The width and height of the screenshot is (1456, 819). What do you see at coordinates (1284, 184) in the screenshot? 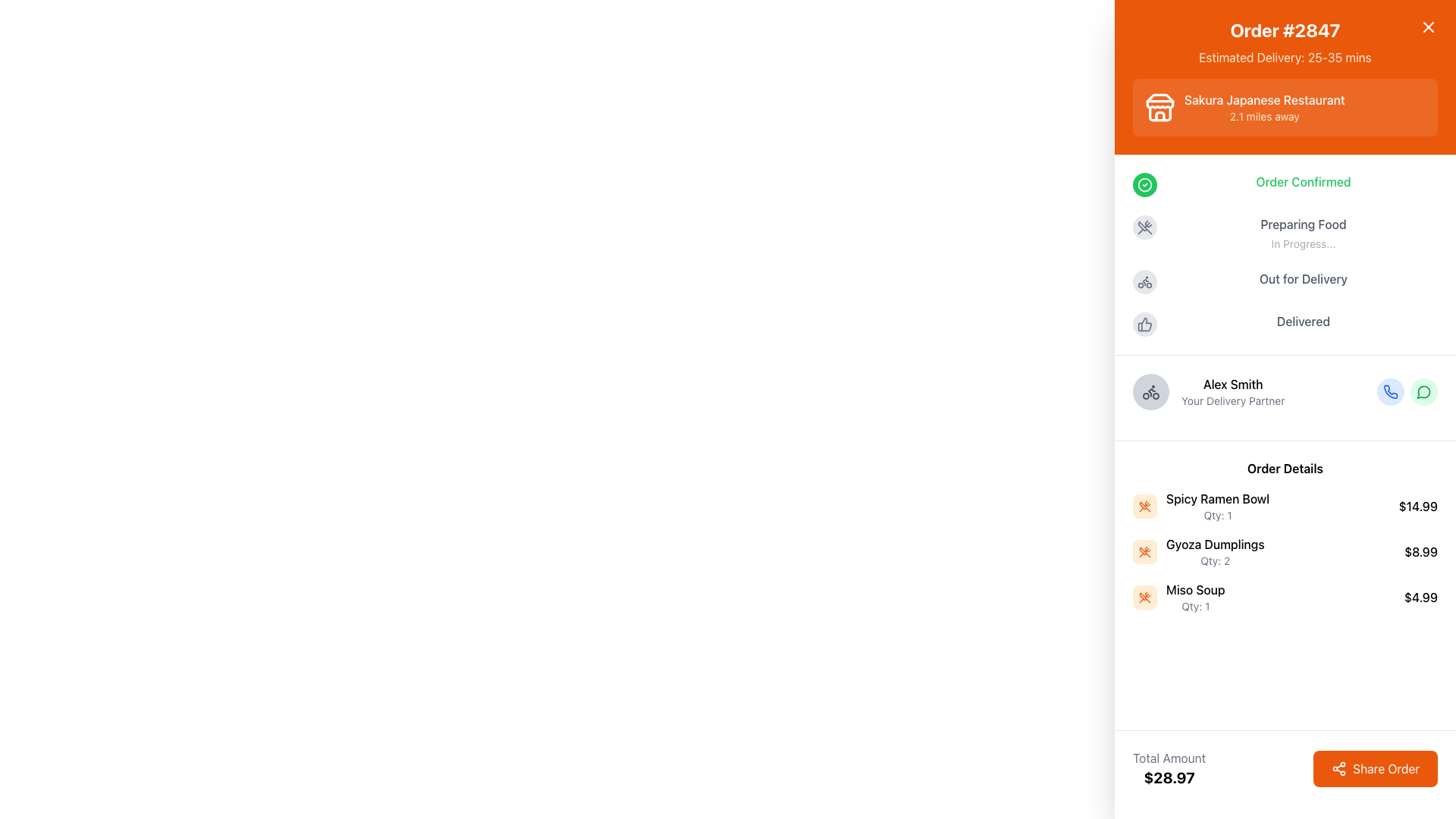
I see `status text from the Status indicator labeled 'Order Confirmed', which is visually represented with a green circular icon and green text, located near the top of the order tracking panel` at bounding box center [1284, 184].